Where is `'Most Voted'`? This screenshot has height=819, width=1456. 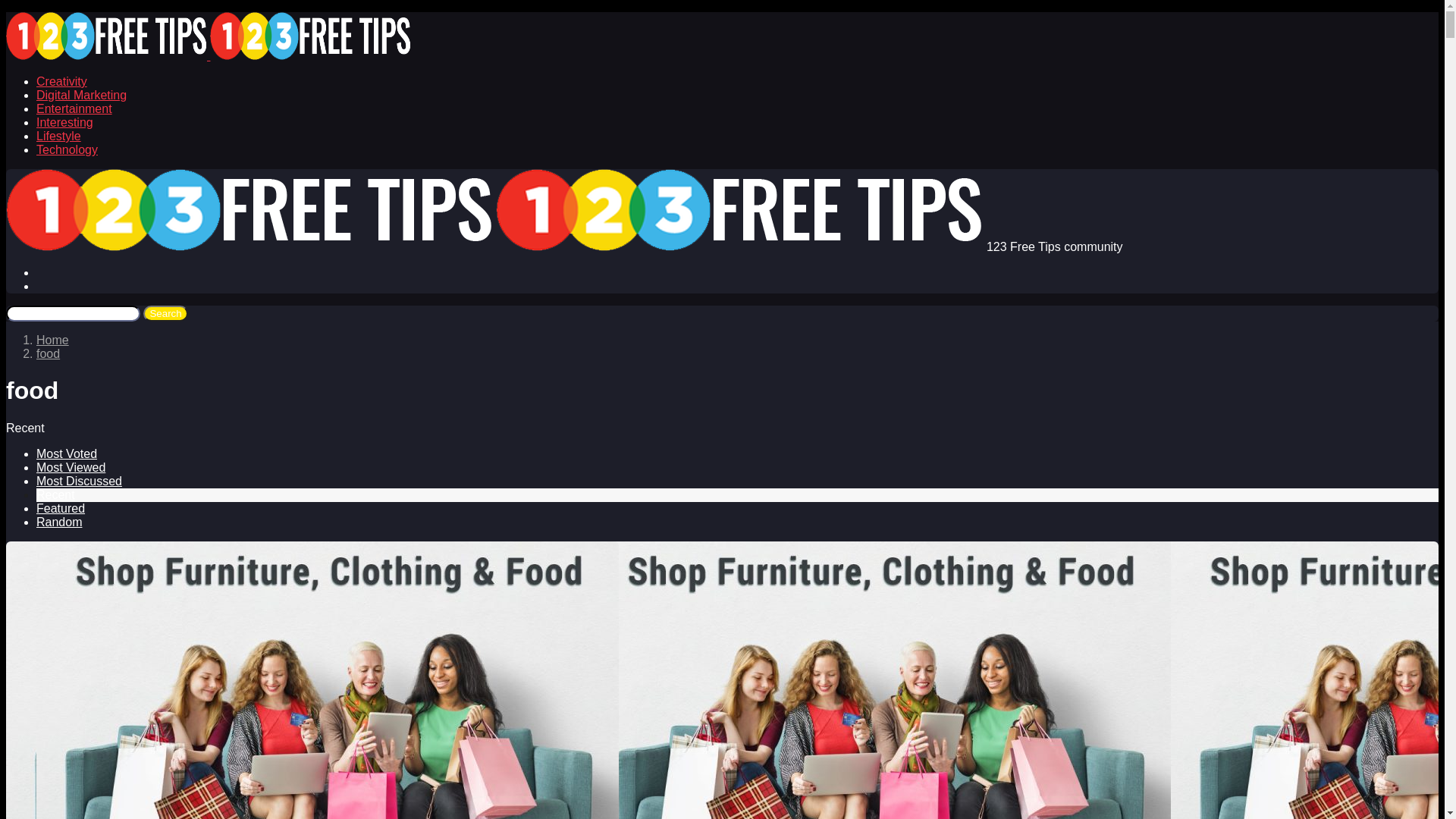
'Most Voted' is located at coordinates (65, 453).